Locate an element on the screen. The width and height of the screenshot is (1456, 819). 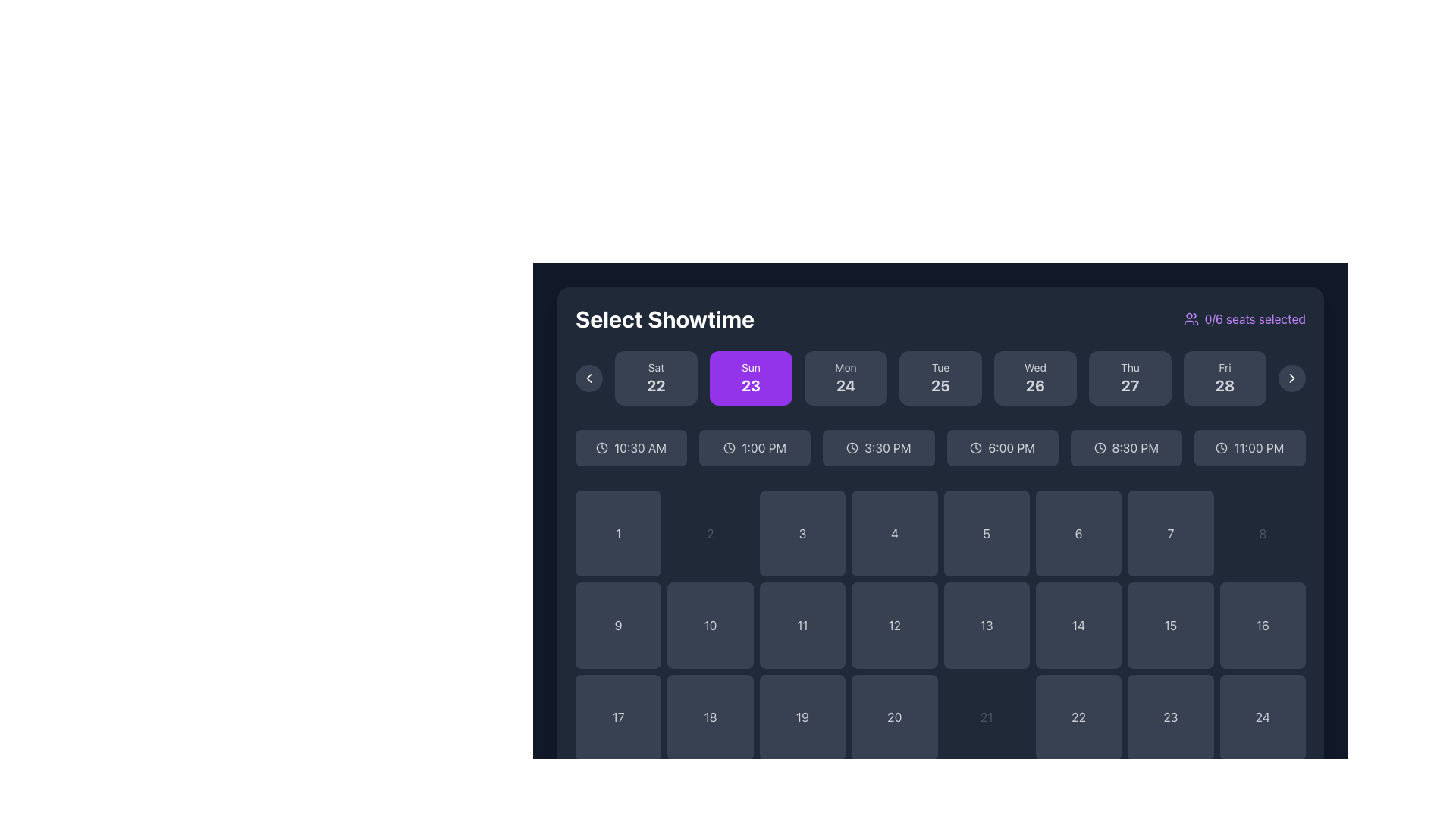
the circular gray clock icon located to the left of the time text displaying '1:00 PM' is located at coordinates (730, 447).